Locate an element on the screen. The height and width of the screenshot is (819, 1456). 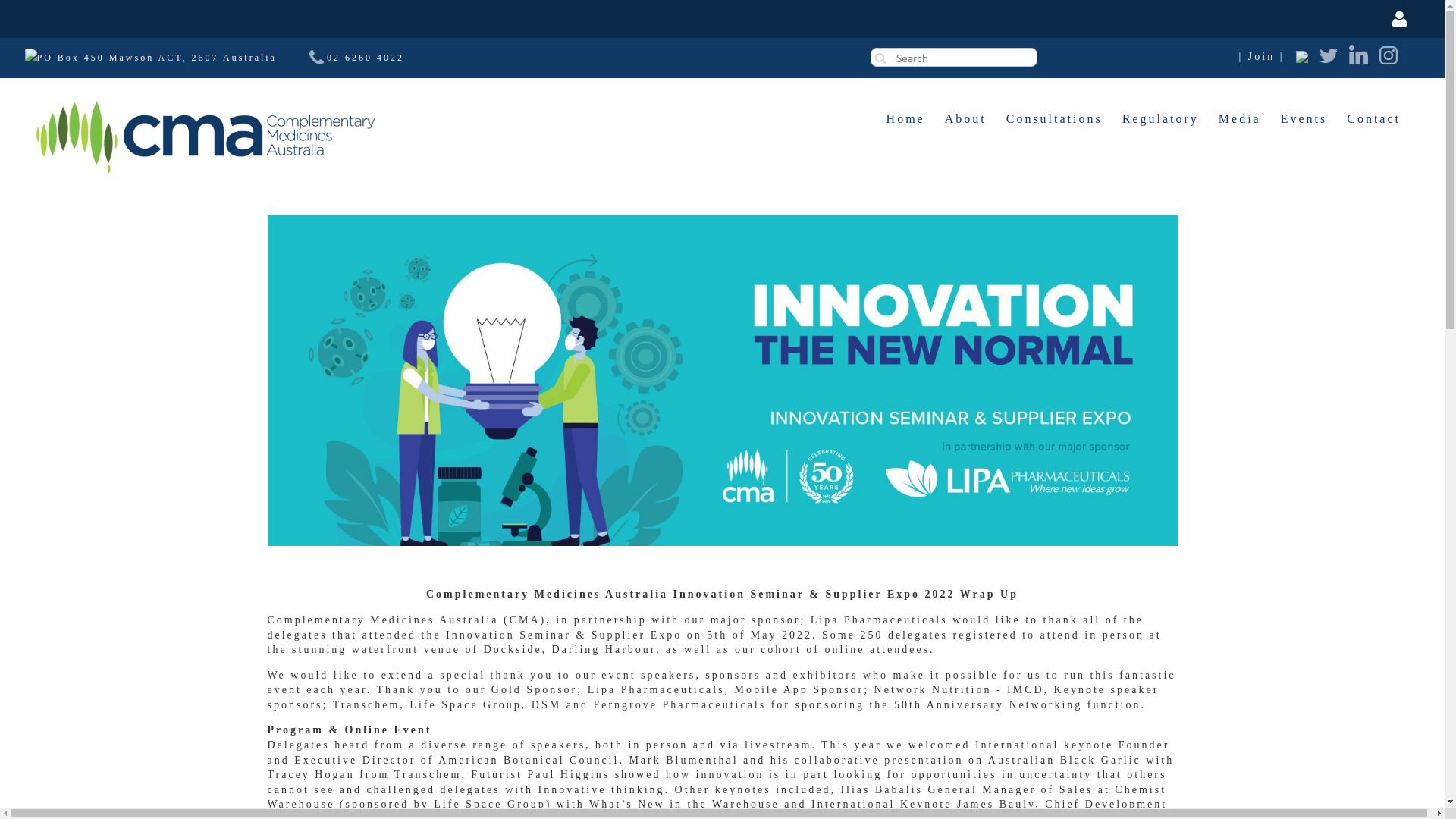
'Regulatory' is located at coordinates (1159, 118).